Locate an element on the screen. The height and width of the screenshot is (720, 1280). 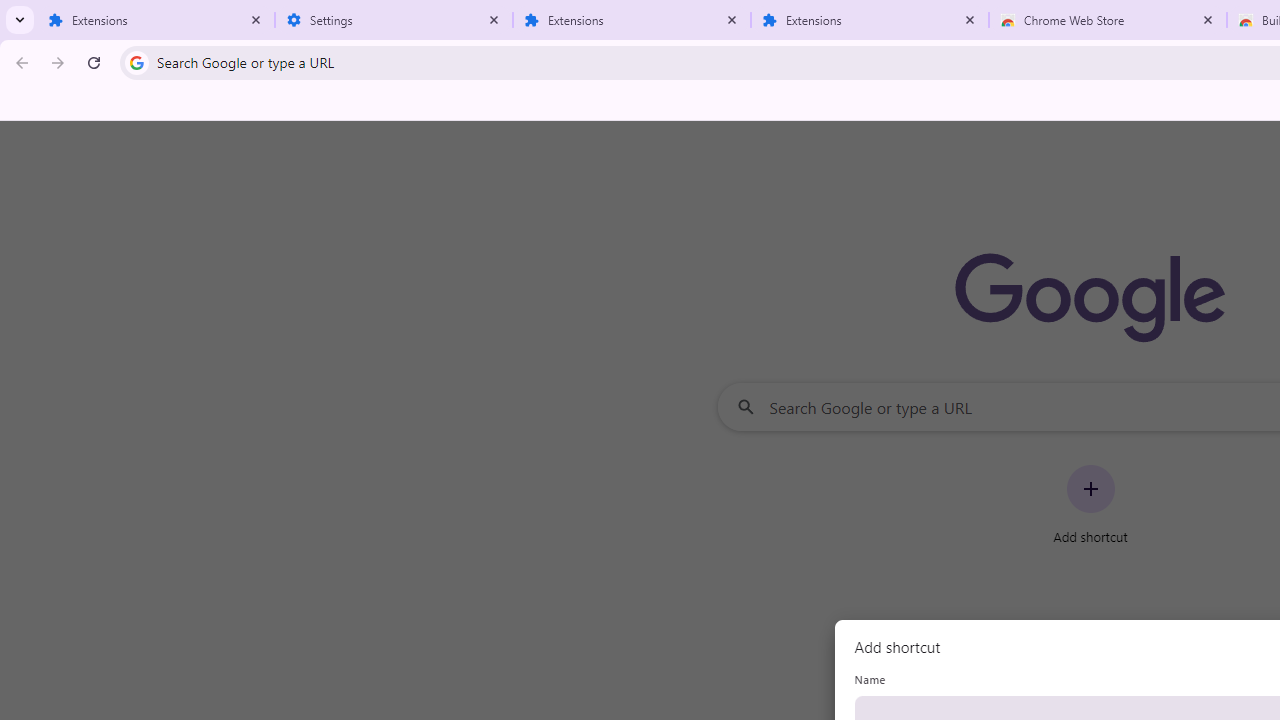
'Settings' is located at coordinates (394, 20).